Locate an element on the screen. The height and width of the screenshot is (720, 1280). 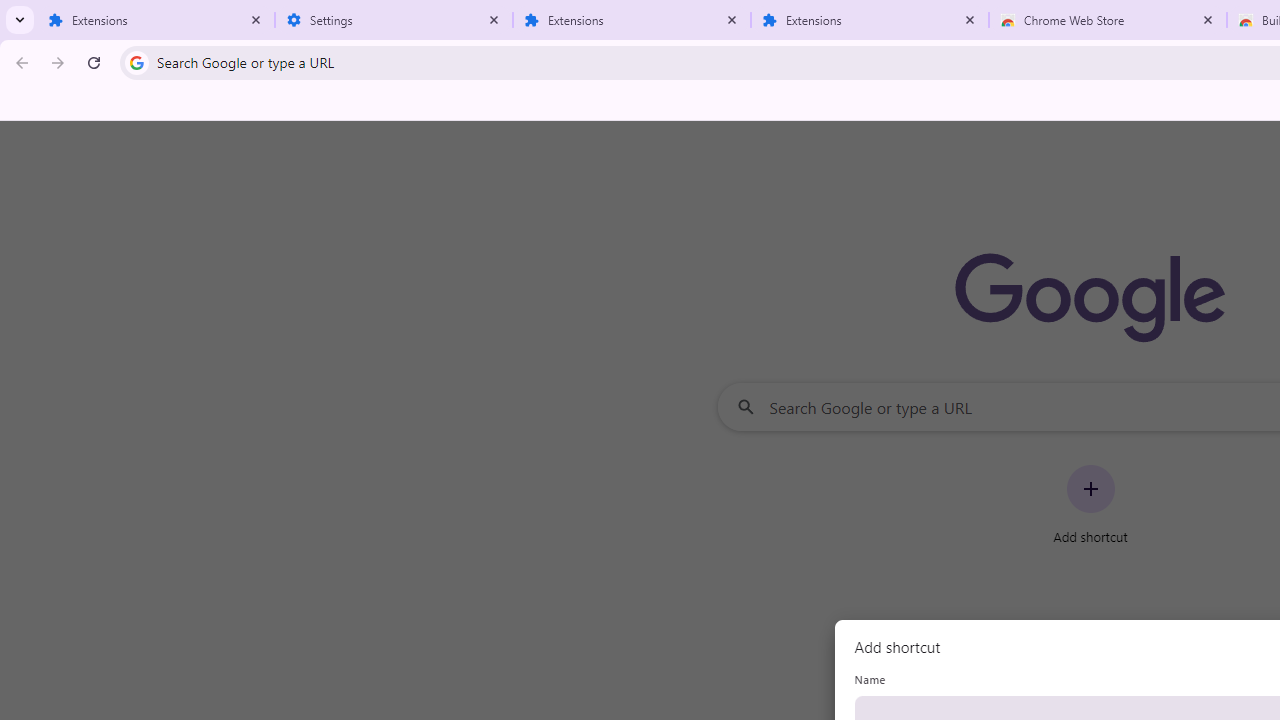
'Settings' is located at coordinates (394, 20).